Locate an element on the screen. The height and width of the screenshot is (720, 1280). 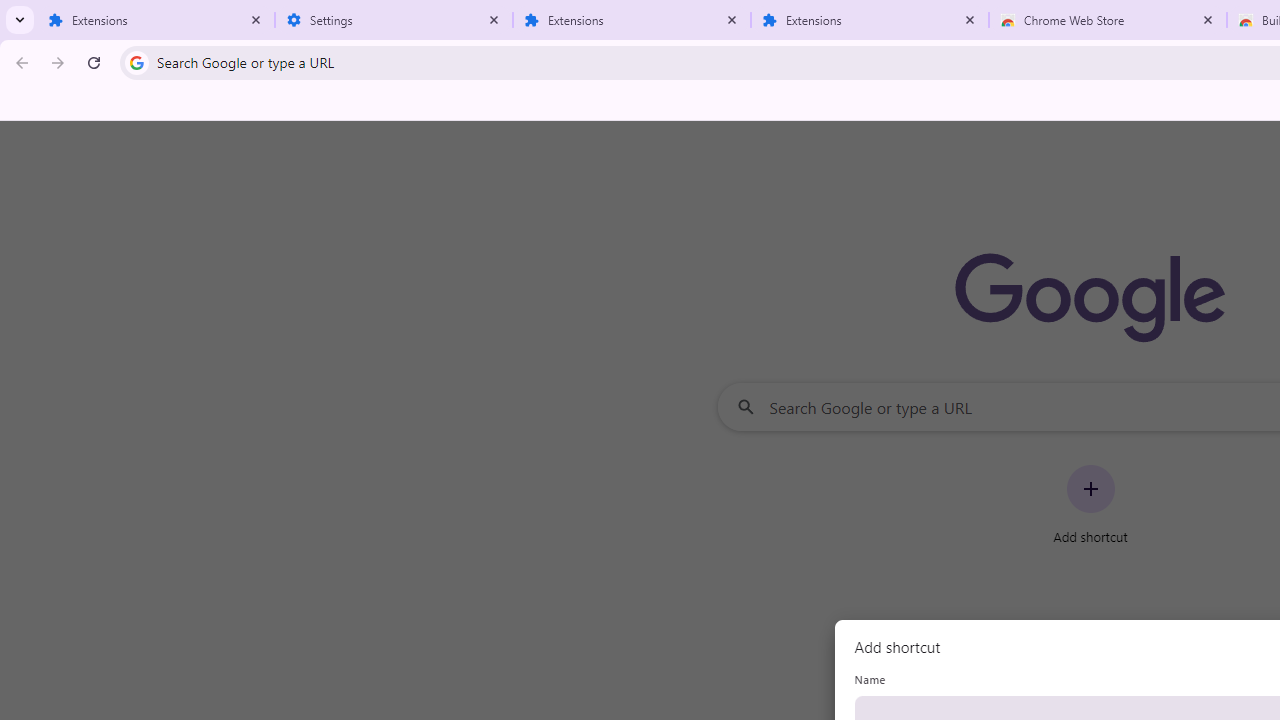
'Settings' is located at coordinates (394, 20).